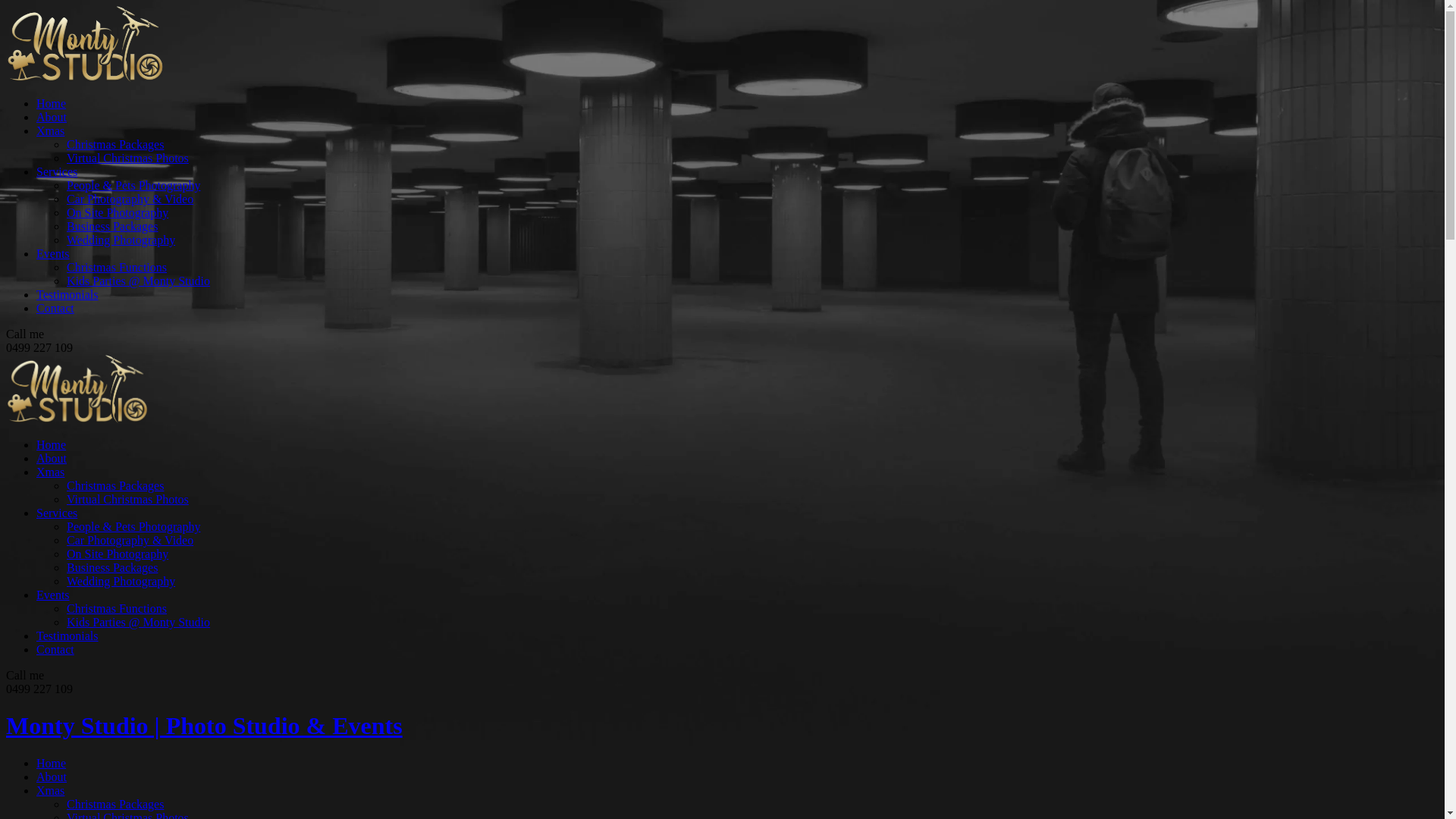 The height and width of the screenshot is (819, 1456). Describe the element at coordinates (36, 294) in the screenshot. I see `'Testimonials'` at that location.